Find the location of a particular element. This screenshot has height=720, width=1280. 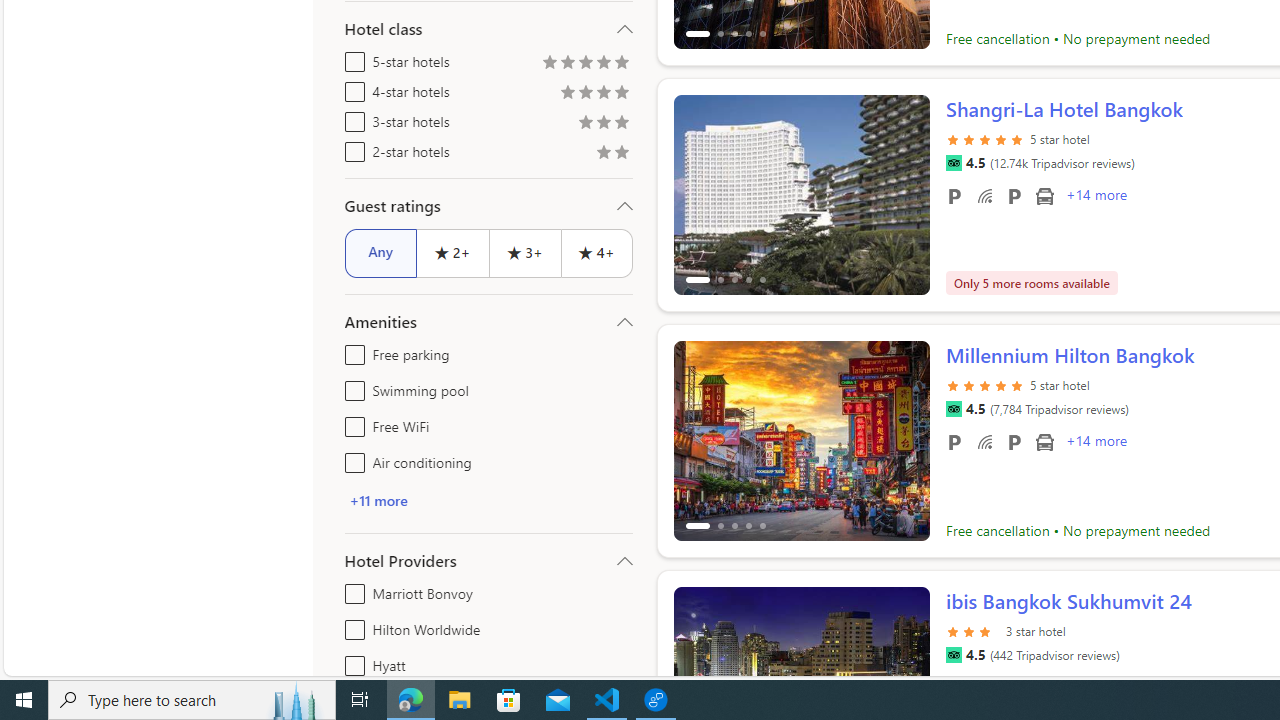

'Hotel class' is located at coordinates (488, 29).